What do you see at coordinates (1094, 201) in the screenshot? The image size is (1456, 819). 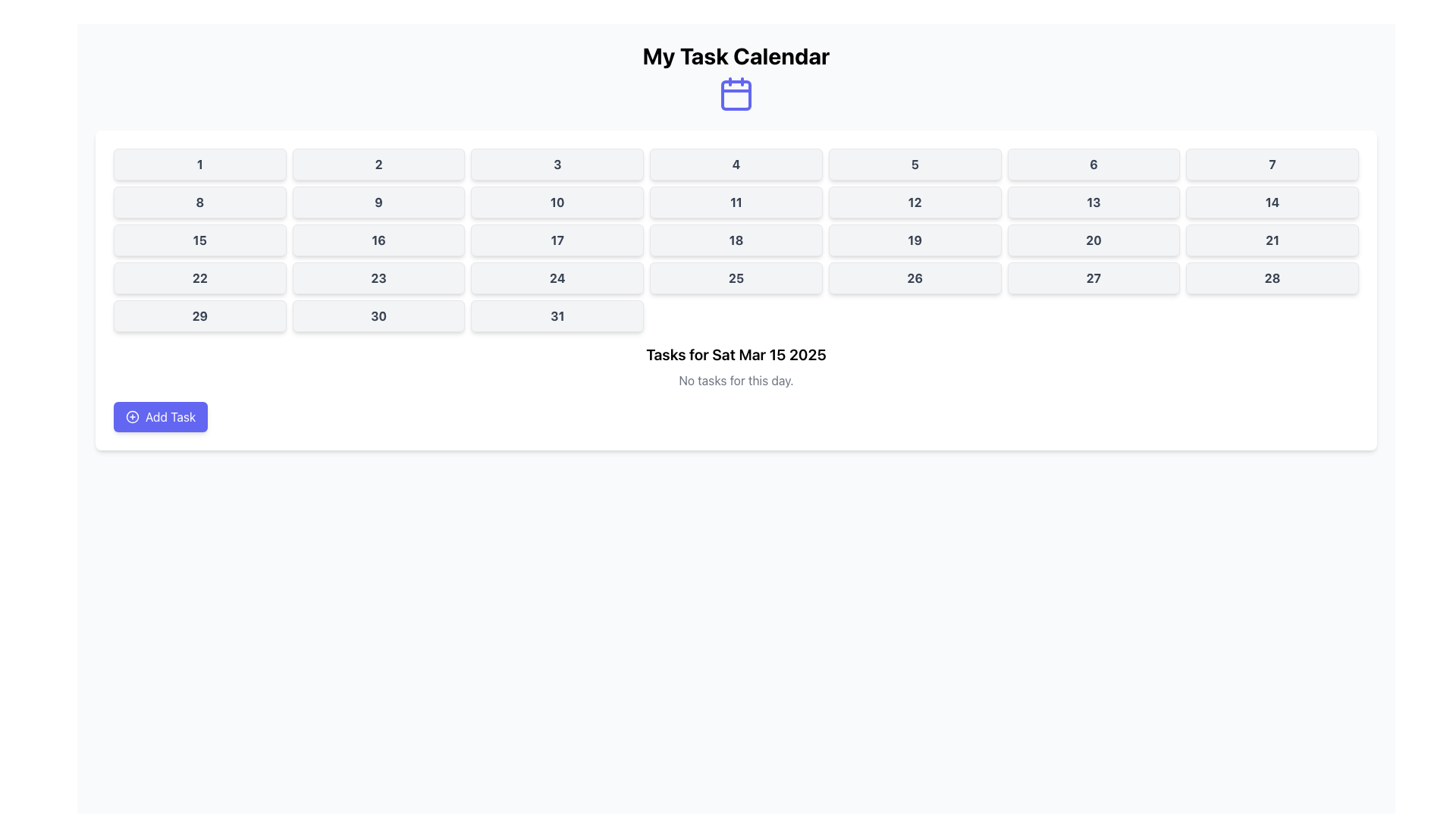 I see `the rectangular button with rounded corners displaying the number '13'` at bounding box center [1094, 201].